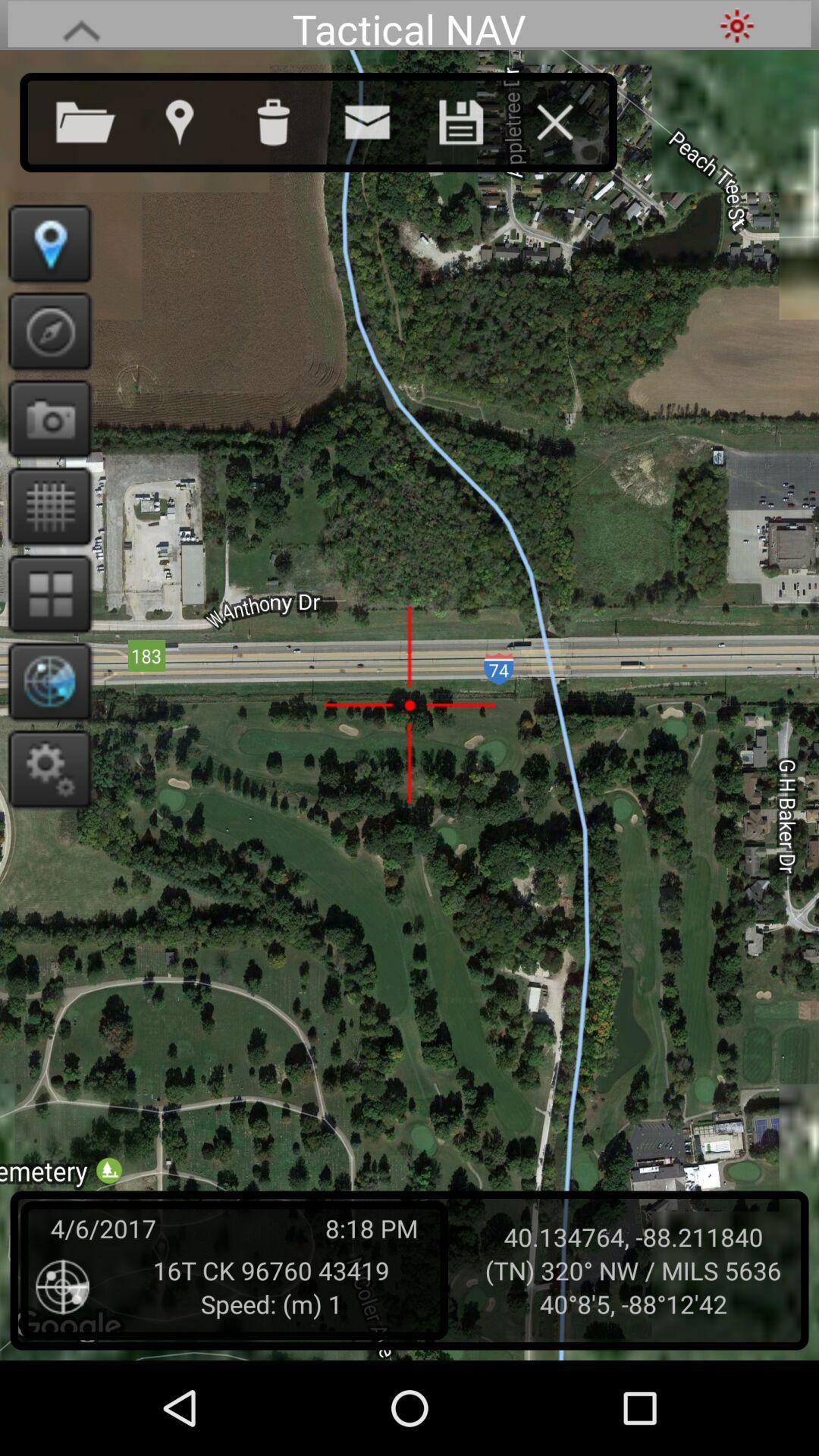 Image resolution: width=819 pixels, height=1456 pixels. Describe the element at coordinates (44, 243) in the screenshot. I see `exact location` at that location.